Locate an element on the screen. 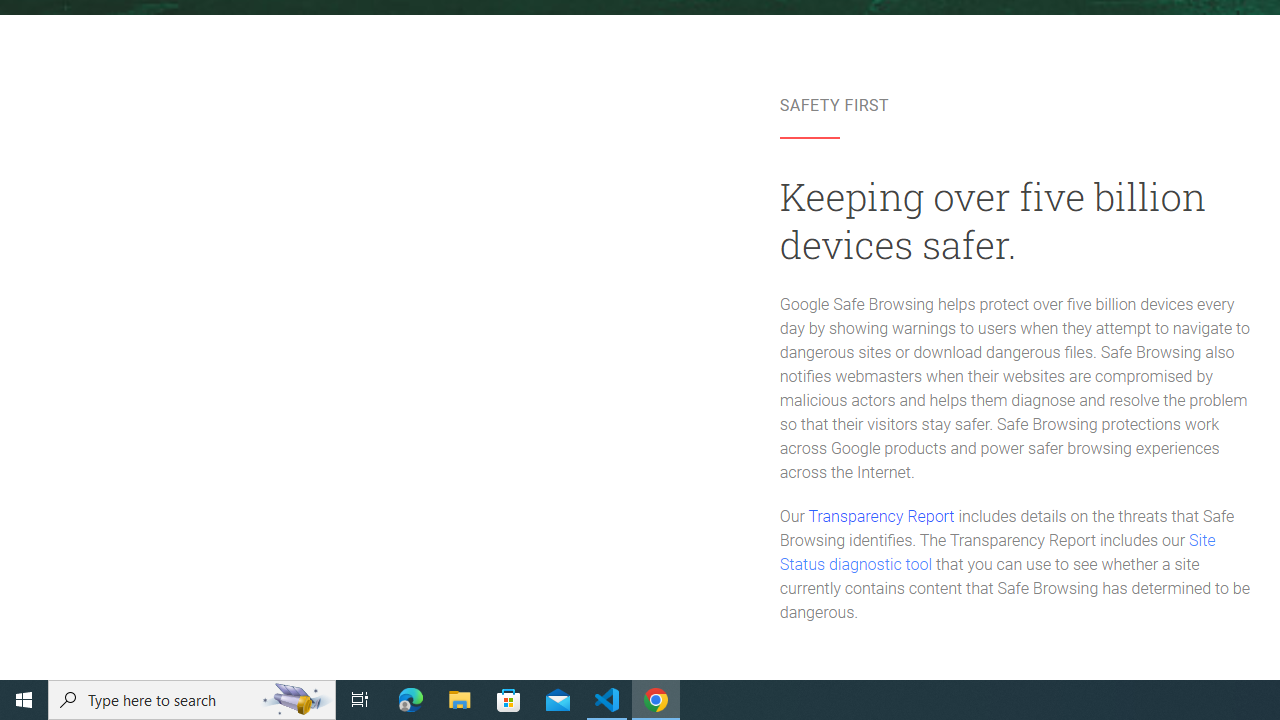 The width and height of the screenshot is (1280, 720). 'Site Status diagnostic tool' is located at coordinates (997, 553).